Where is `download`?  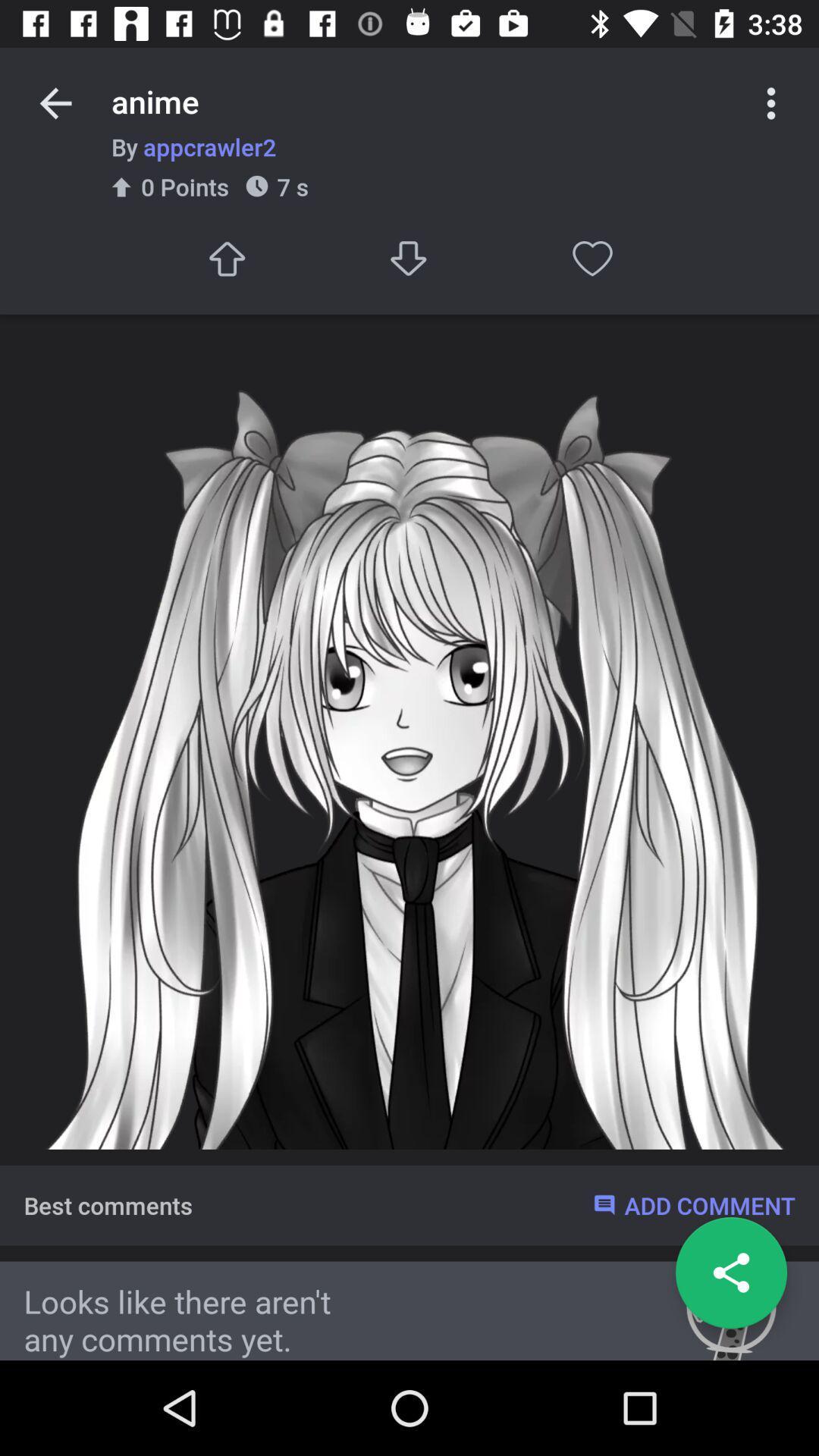 download is located at coordinates (409, 259).